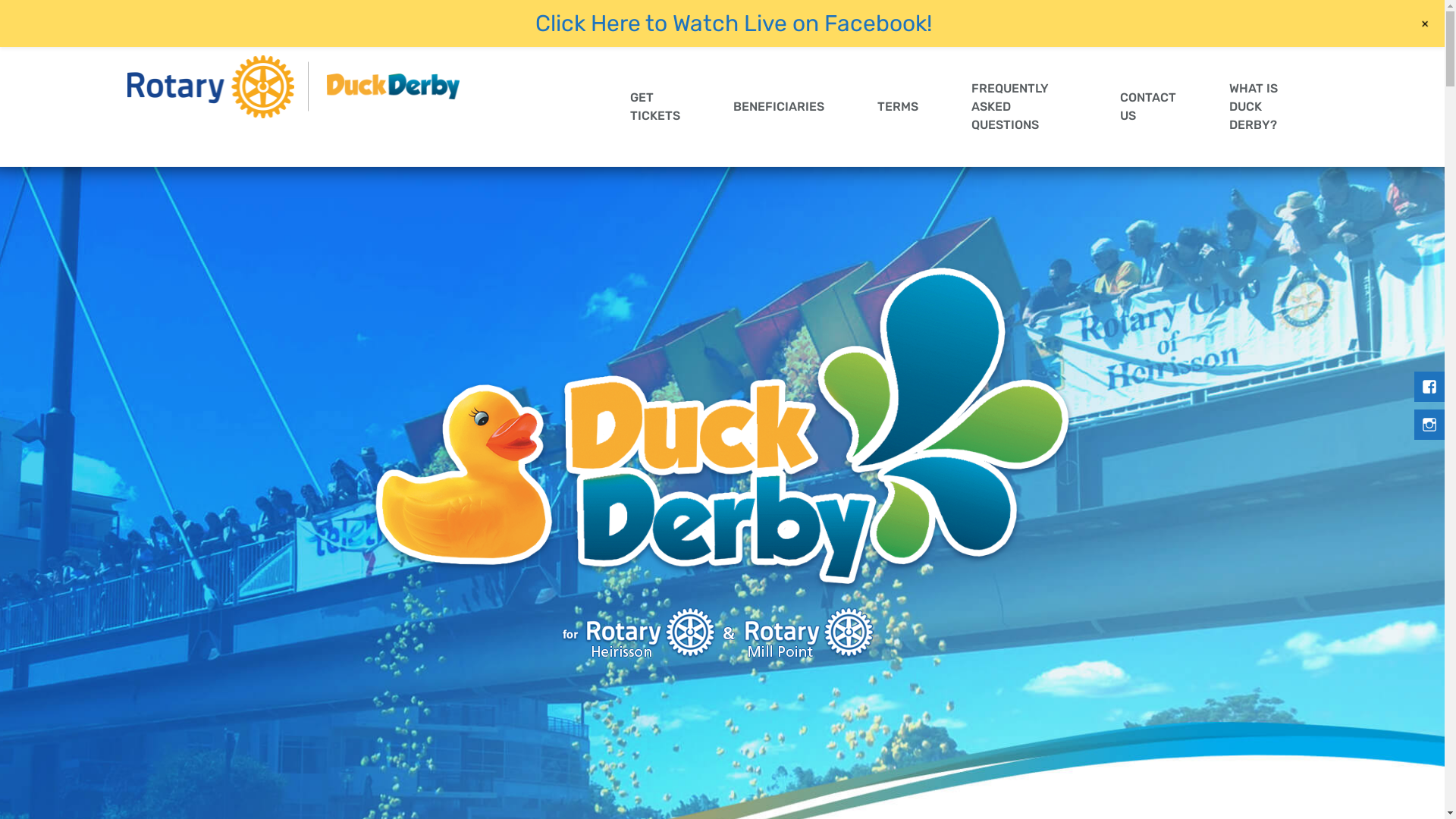 The image size is (1456, 819). Describe the element at coordinates (1147, 106) in the screenshot. I see `'CONTACT US'` at that location.